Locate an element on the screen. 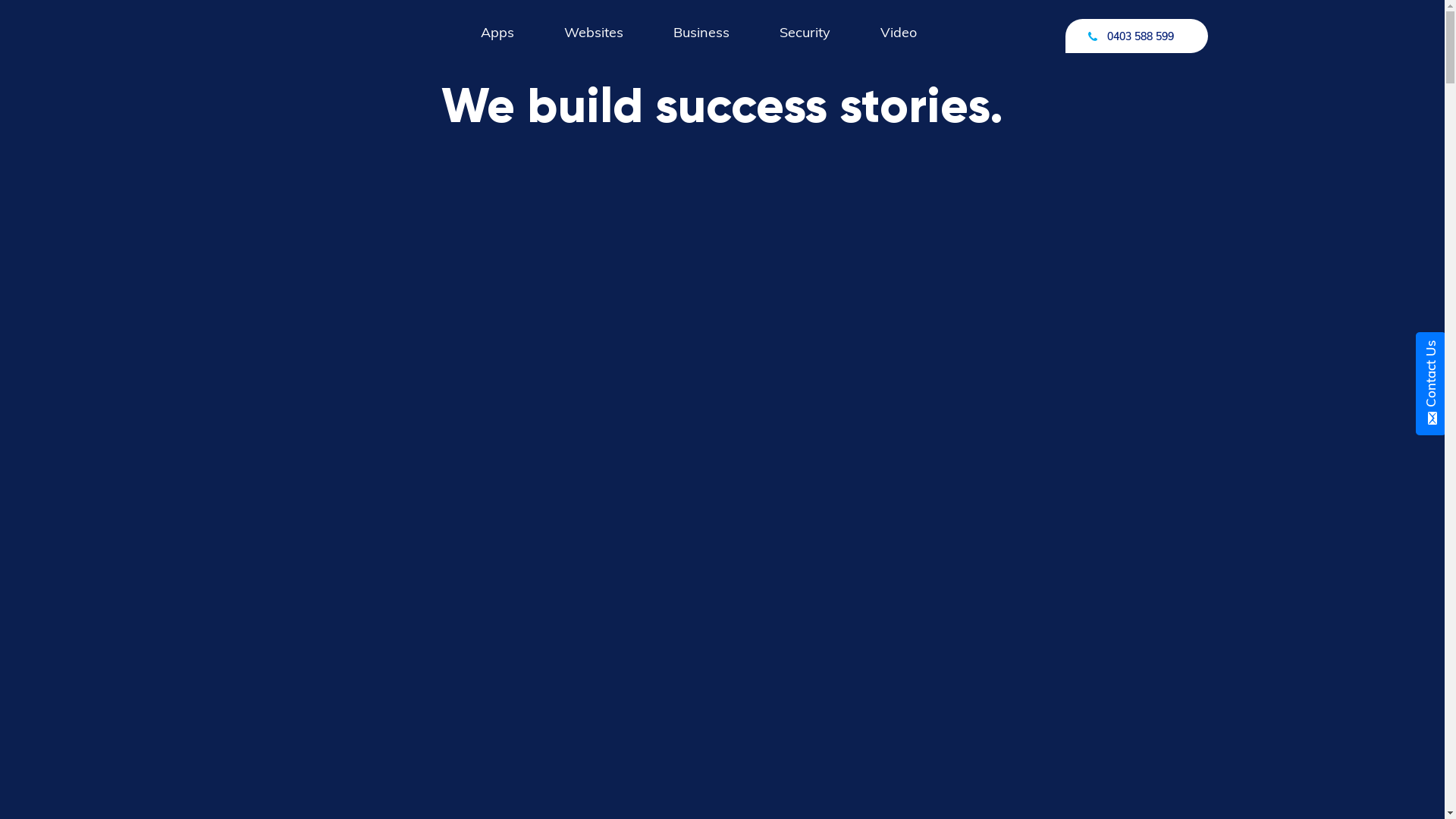 The height and width of the screenshot is (819, 1456). 'Business' is located at coordinates (673, 44).